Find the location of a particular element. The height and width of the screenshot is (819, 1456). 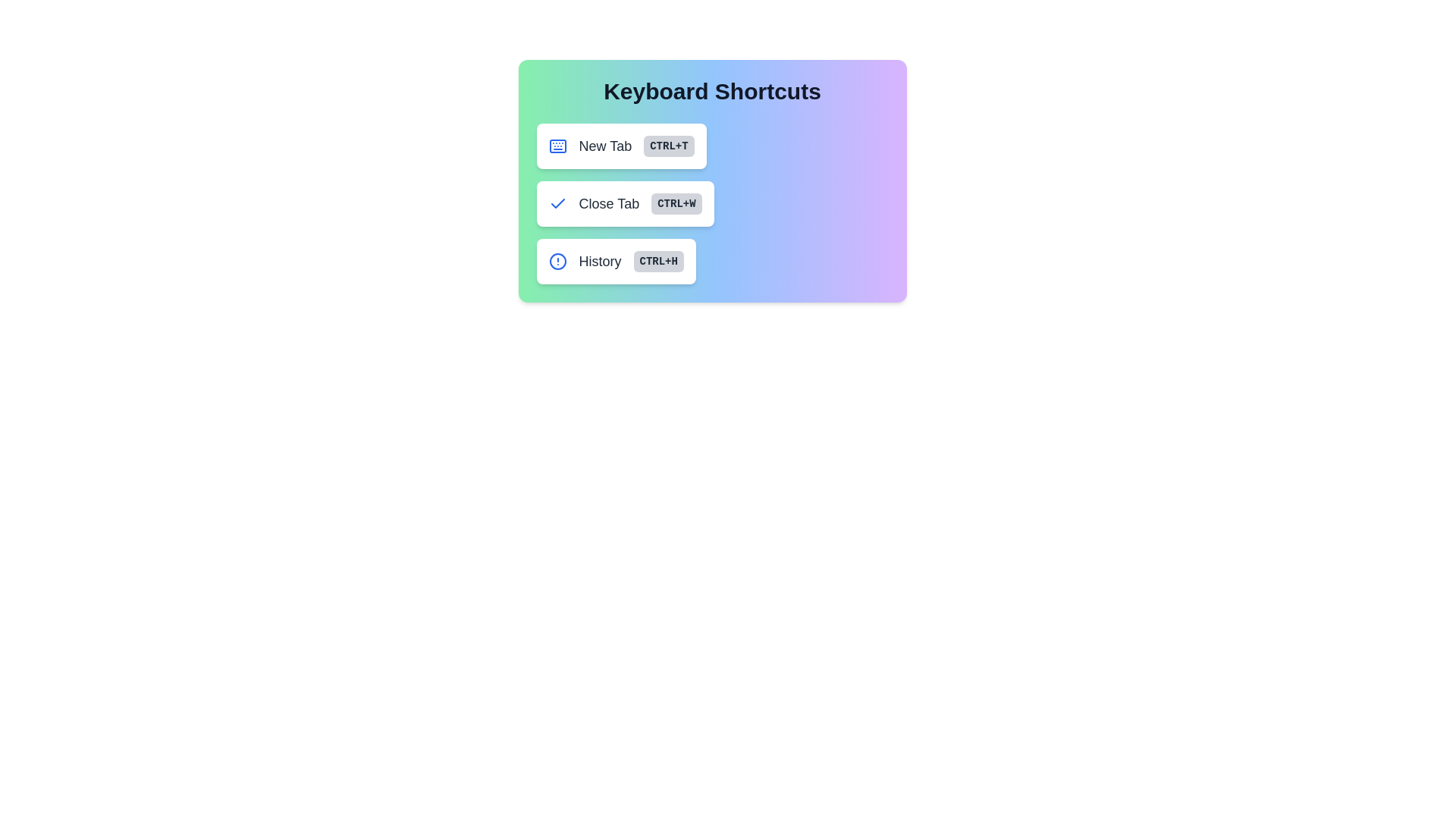

the 'Close Tab' icon located in the leftmost part of the 'Close Tab' row under the 'Keyboard Shortcuts' heading is located at coordinates (557, 203).